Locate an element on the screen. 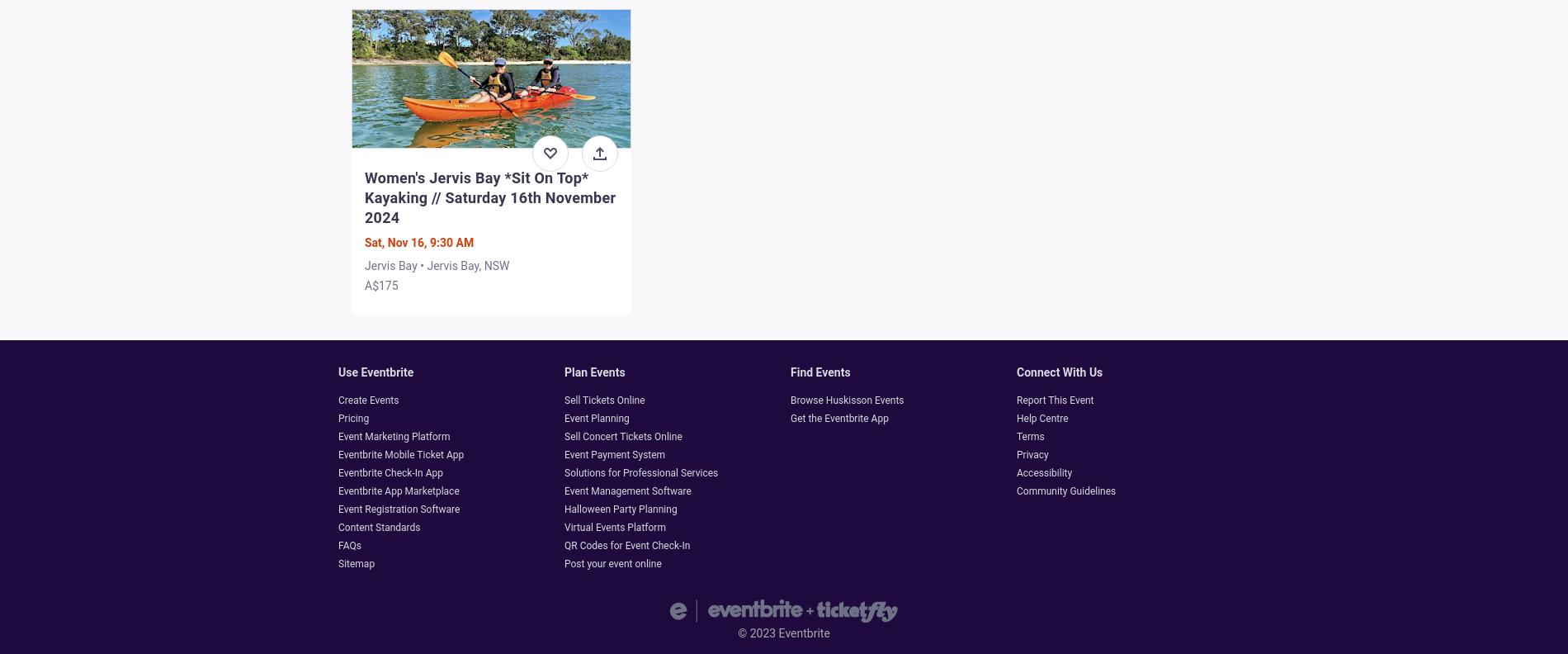 This screenshot has height=654, width=1568. 'Event Registration Software' is located at coordinates (338, 508).